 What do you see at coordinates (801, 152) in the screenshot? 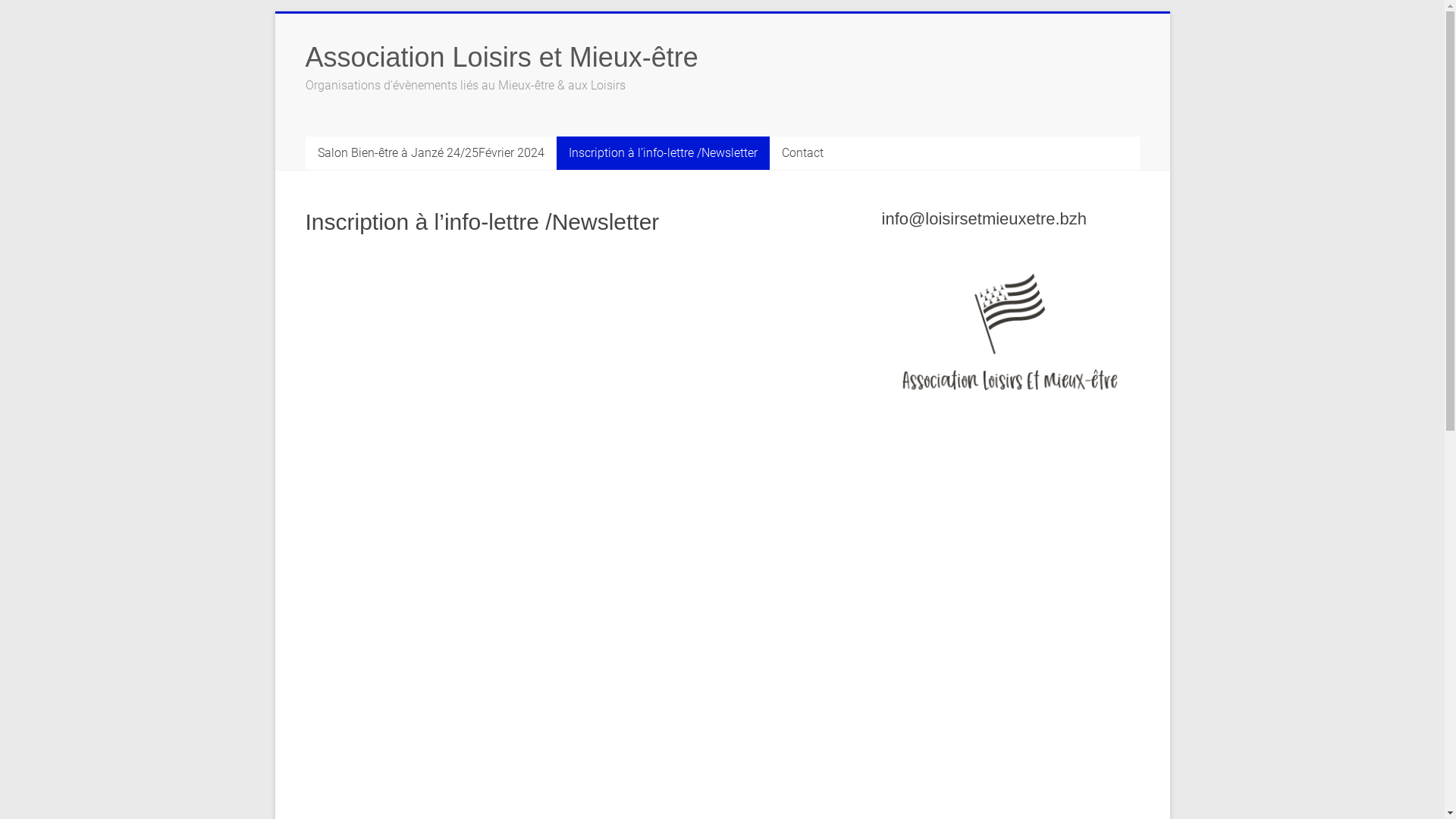
I see `'Contact'` at bounding box center [801, 152].